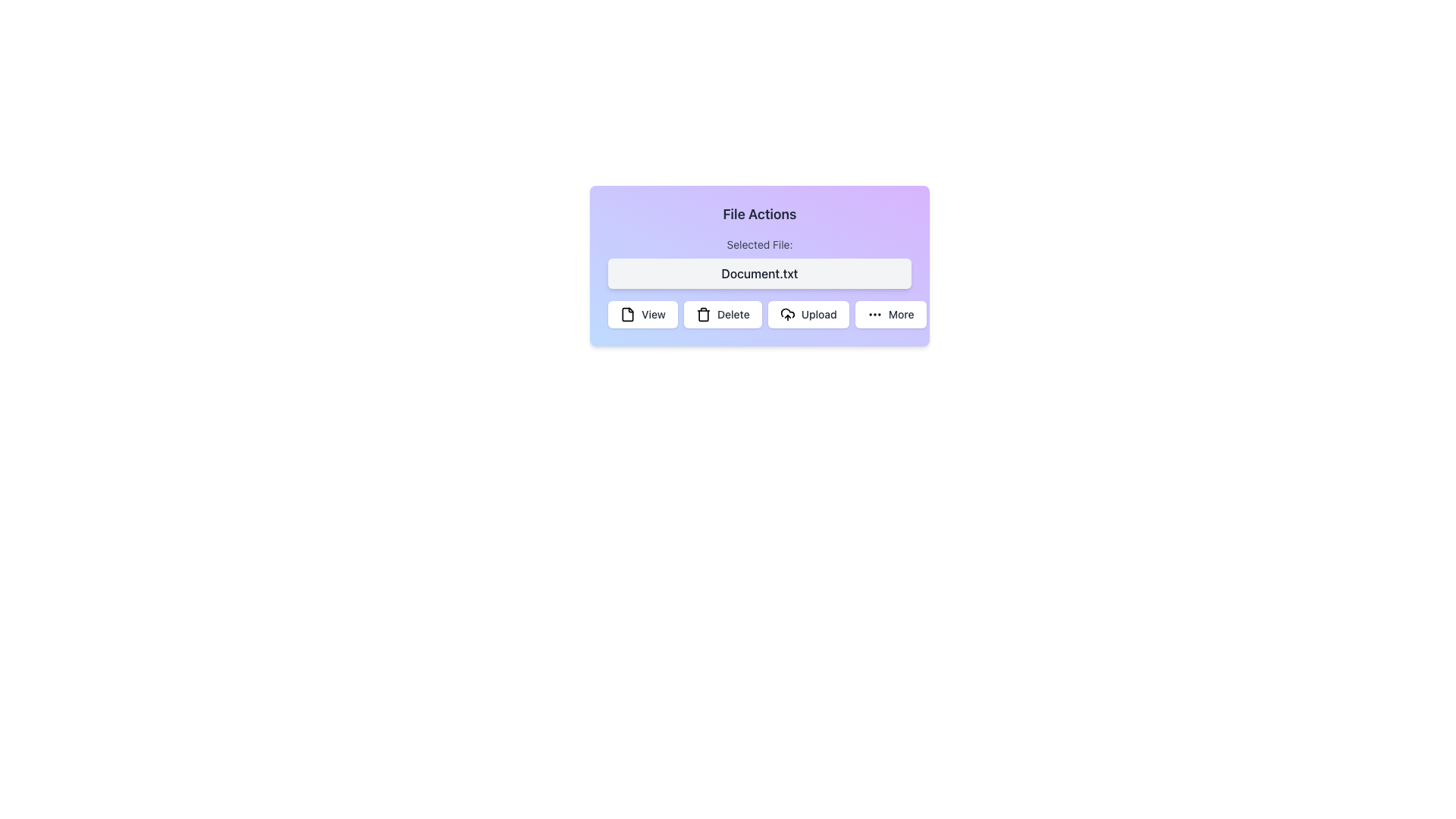  What do you see at coordinates (890, 314) in the screenshot?
I see `the fourth button in the 'File Actions' section` at bounding box center [890, 314].